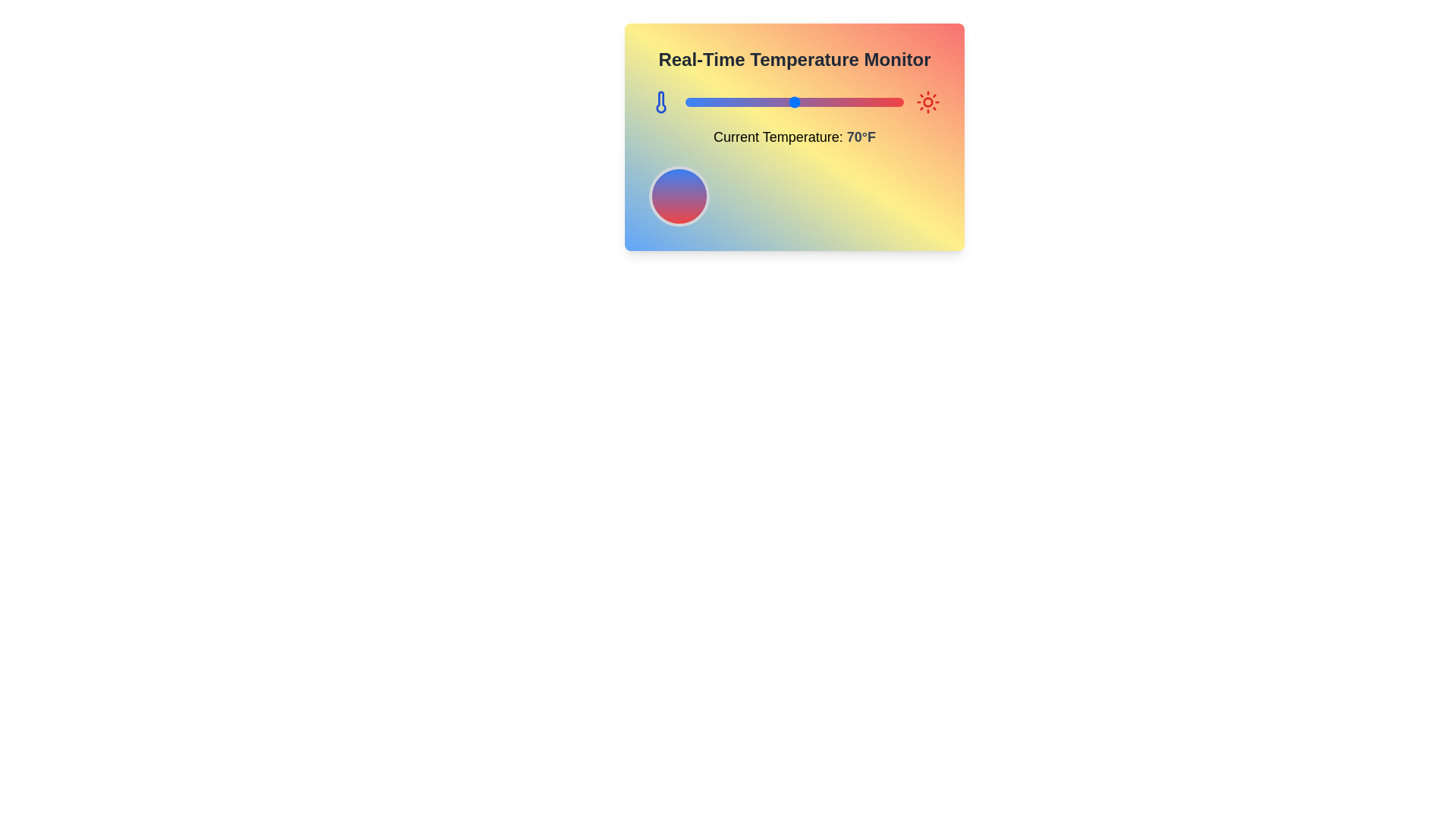 Image resolution: width=1456 pixels, height=819 pixels. I want to click on the temperature slider to set the temperature to 36°F, so click(720, 102).